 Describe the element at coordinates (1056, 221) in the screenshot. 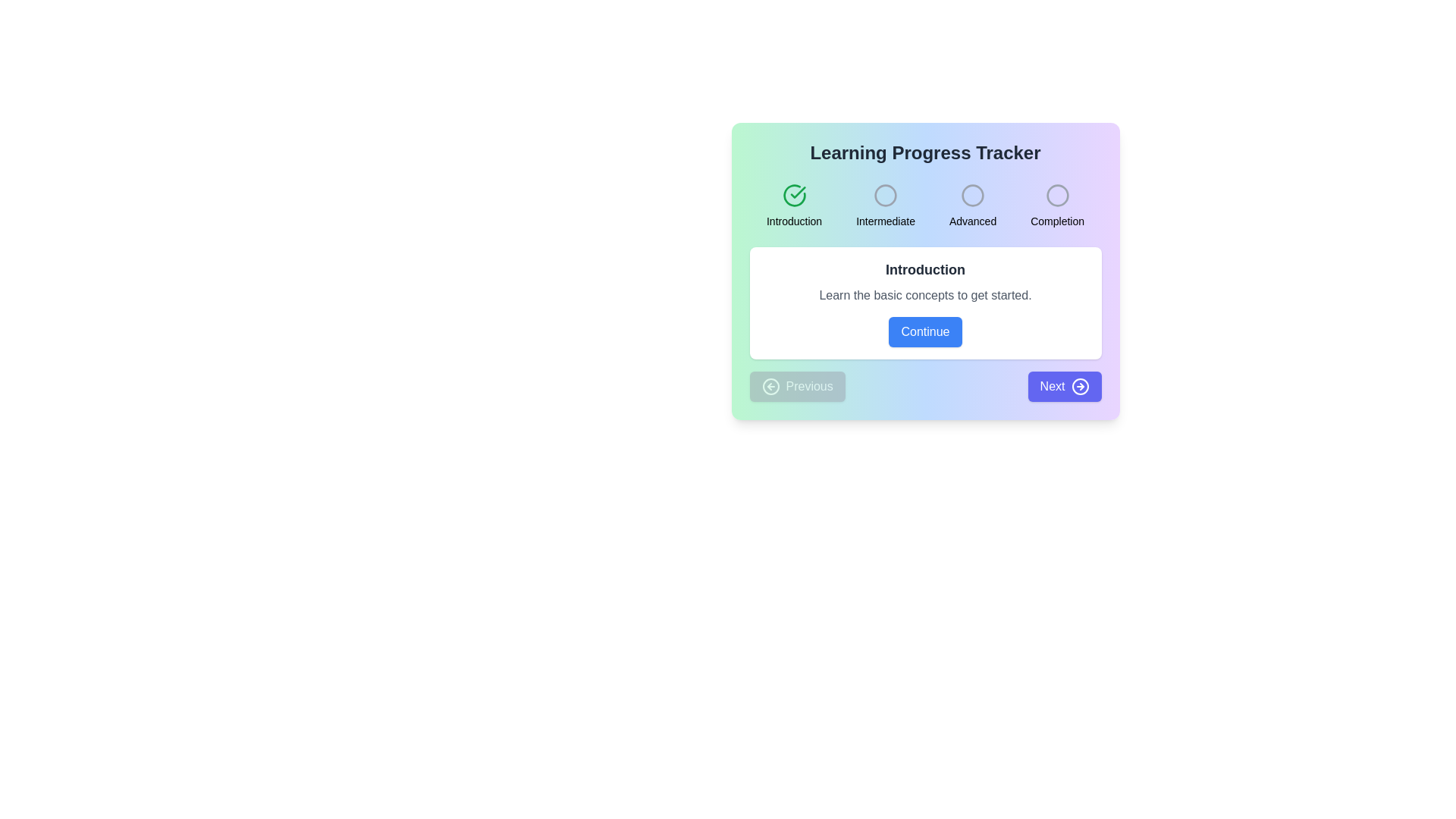

I see `the static text label displaying 'Completion' located at the bottom of the circular icon in the progress tracker at the top center of the interface` at that location.